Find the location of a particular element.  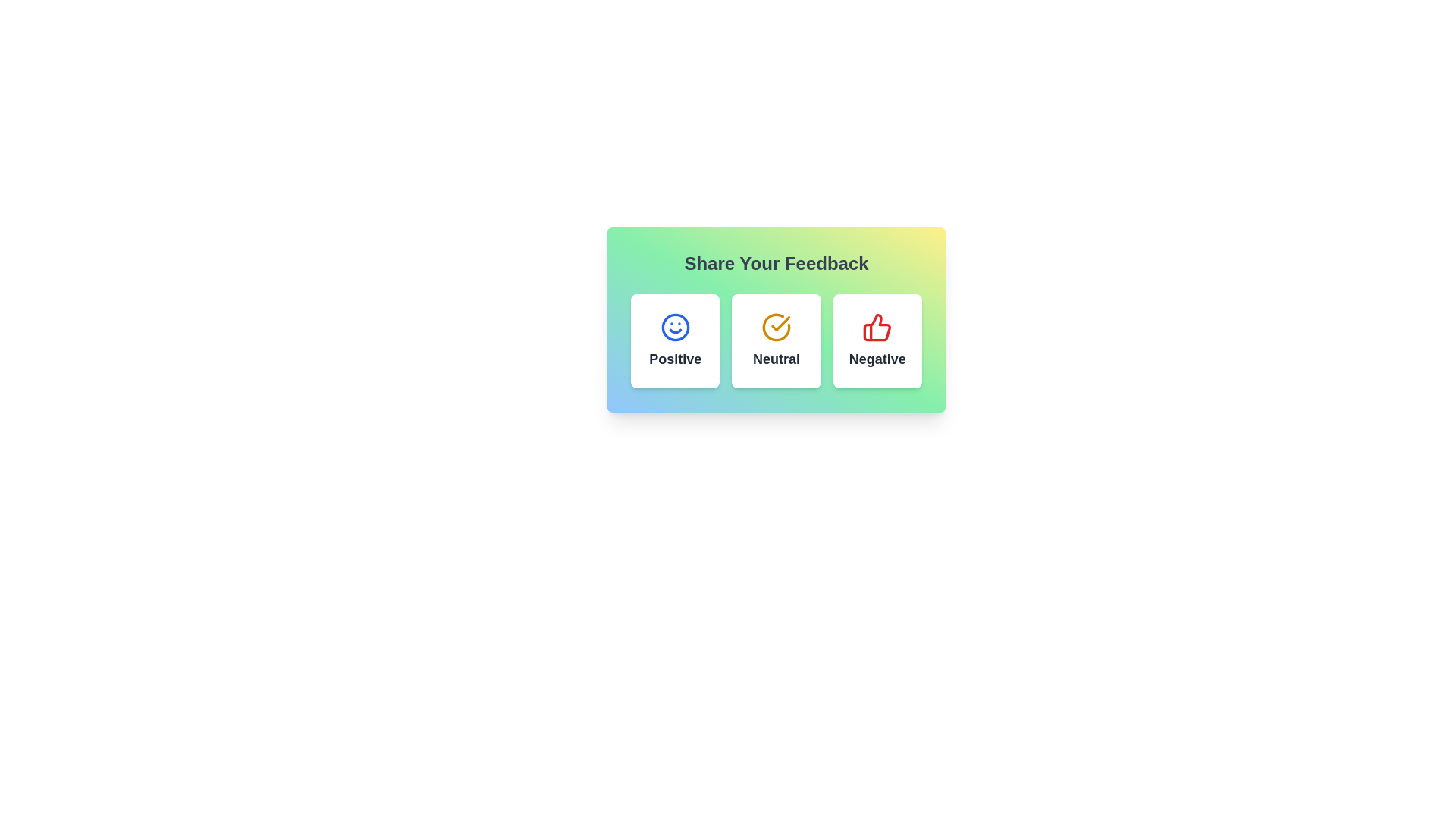

the 'Negative' label styled with a dark gray font, bold, and medium size, located below the thumbs-down icon in the third card from the left in a group of three cards is located at coordinates (877, 359).